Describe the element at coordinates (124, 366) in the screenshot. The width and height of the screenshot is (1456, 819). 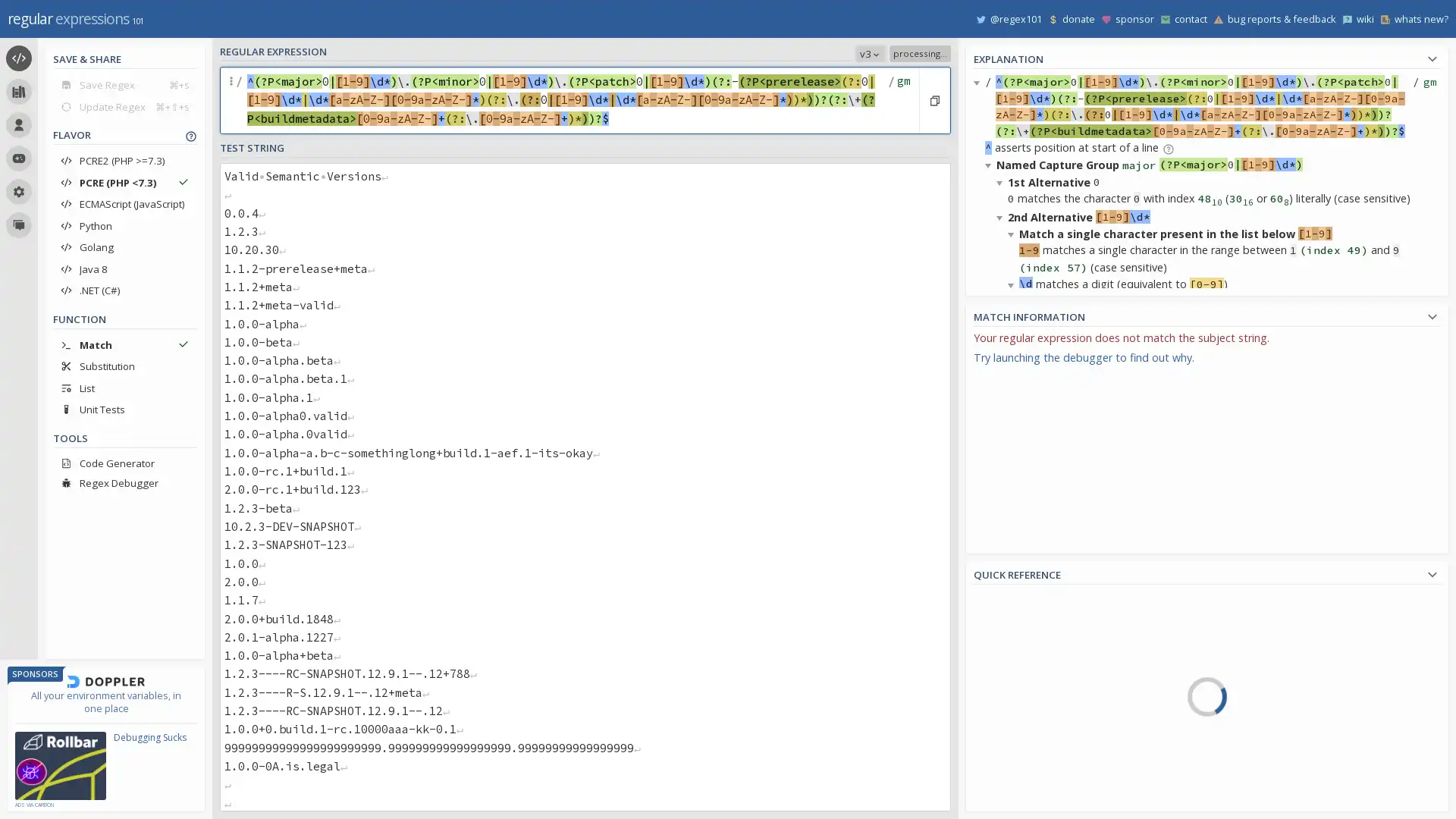
I see `Substitution` at that location.